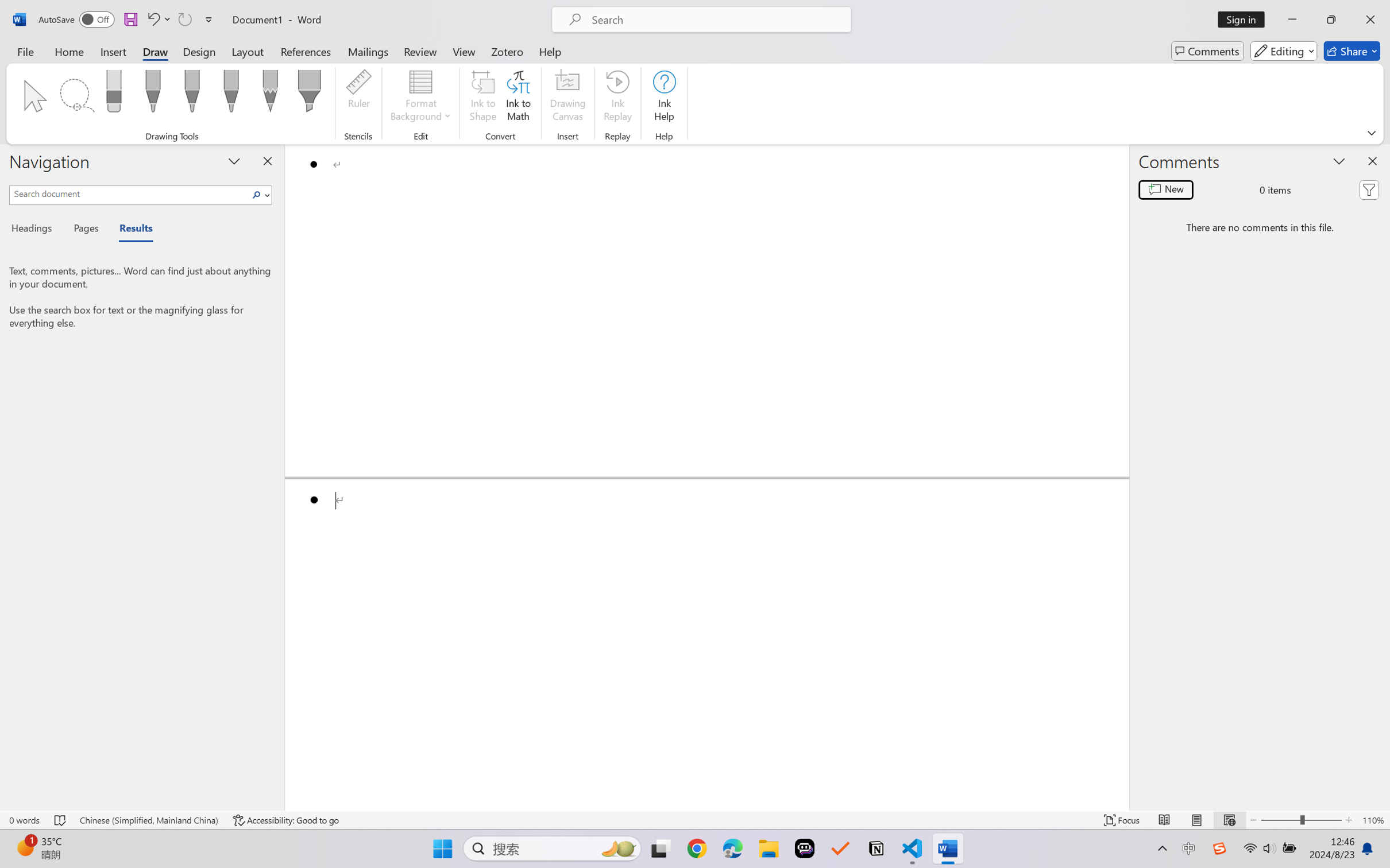 Image resolution: width=1390 pixels, height=868 pixels. What do you see at coordinates (130, 230) in the screenshot?
I see `'Results'` at bounding box center [130, 230].